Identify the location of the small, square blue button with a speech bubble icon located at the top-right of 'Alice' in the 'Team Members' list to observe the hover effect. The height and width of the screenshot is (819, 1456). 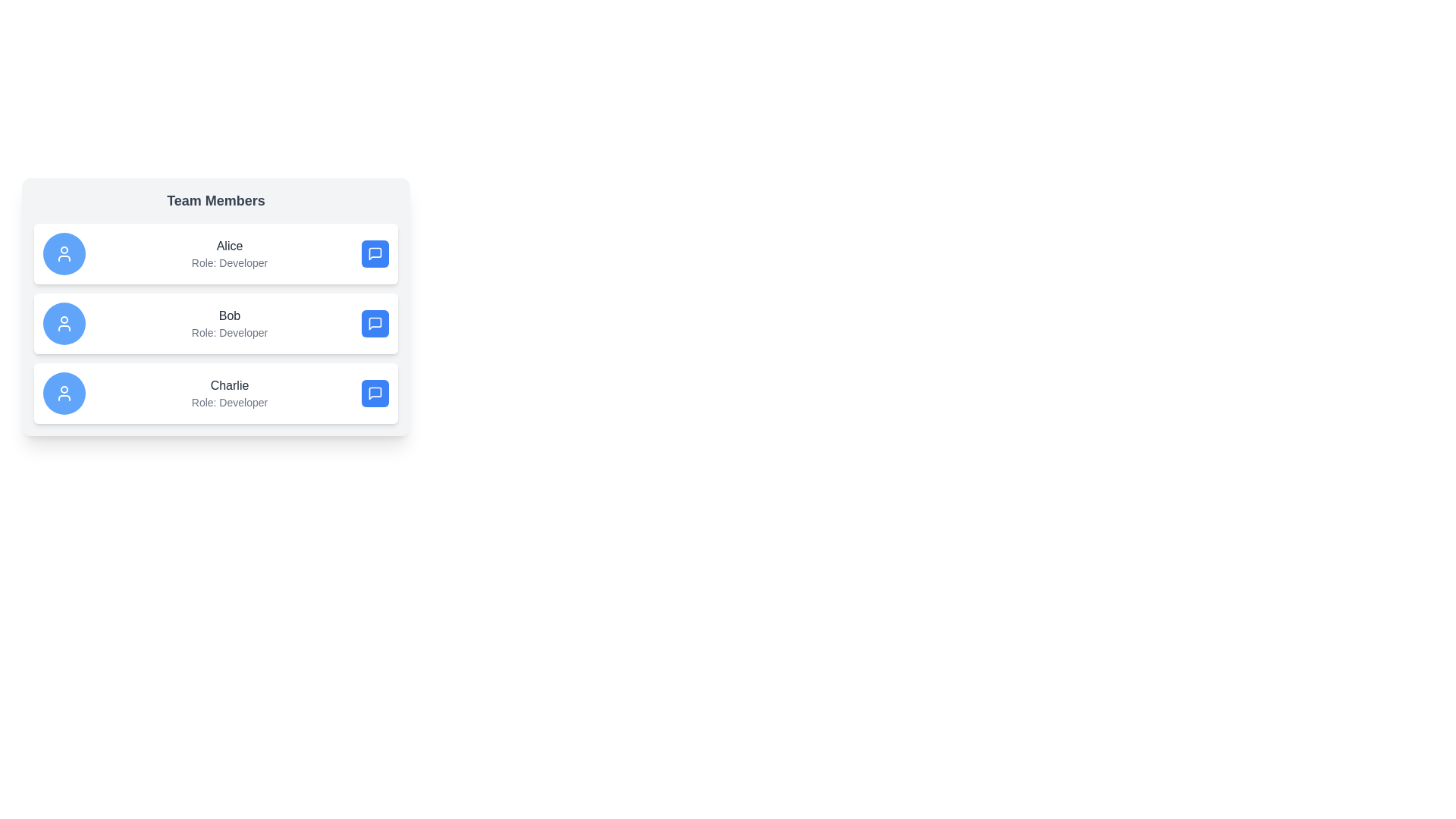
(375, 253).